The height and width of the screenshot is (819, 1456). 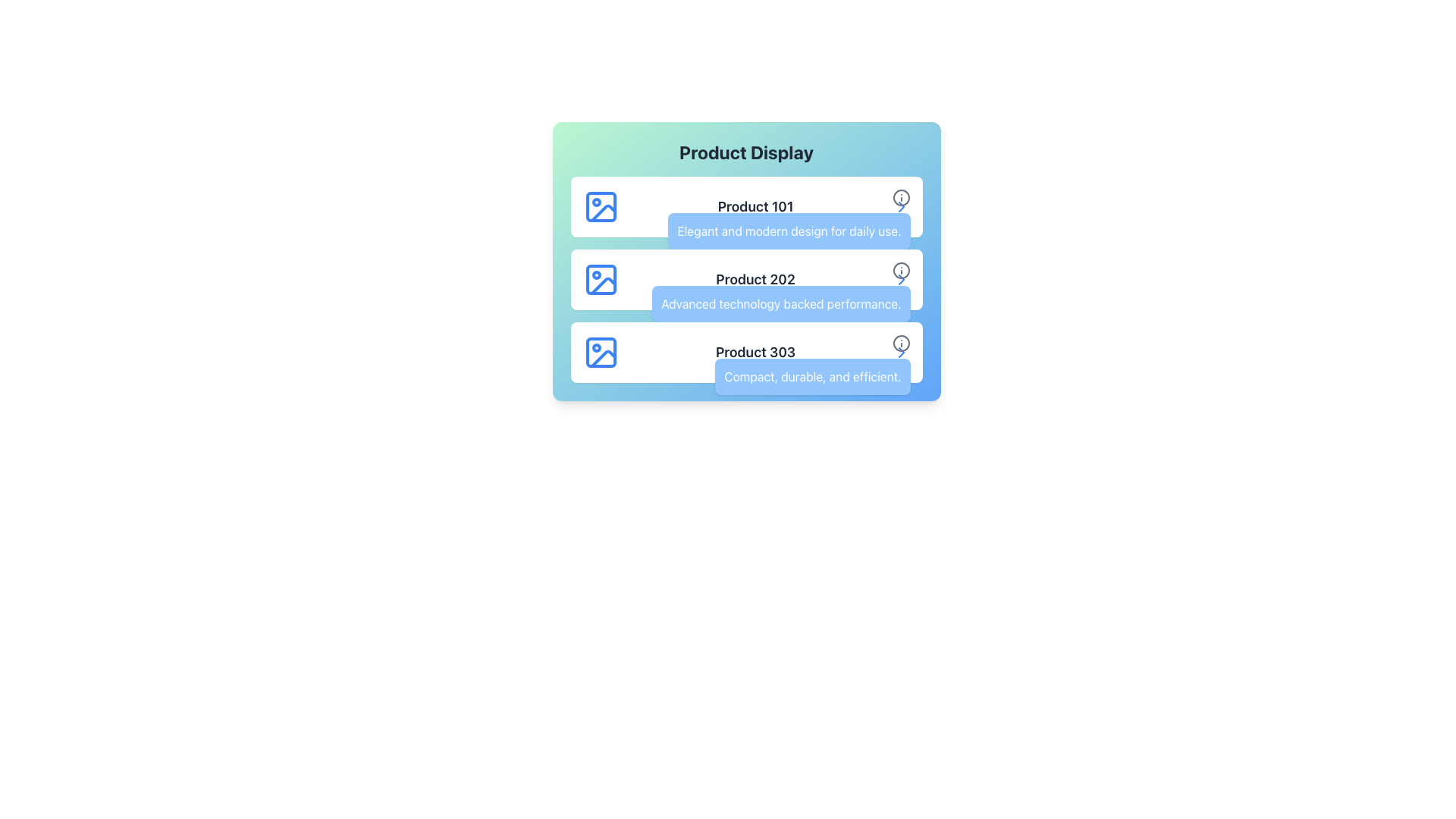 What do you see at coordinates (901, 353) in the screenshot?
I see `the chevron arrow icon representing the third product's additional details in the Product Display list` at bounding box center [901, 353].